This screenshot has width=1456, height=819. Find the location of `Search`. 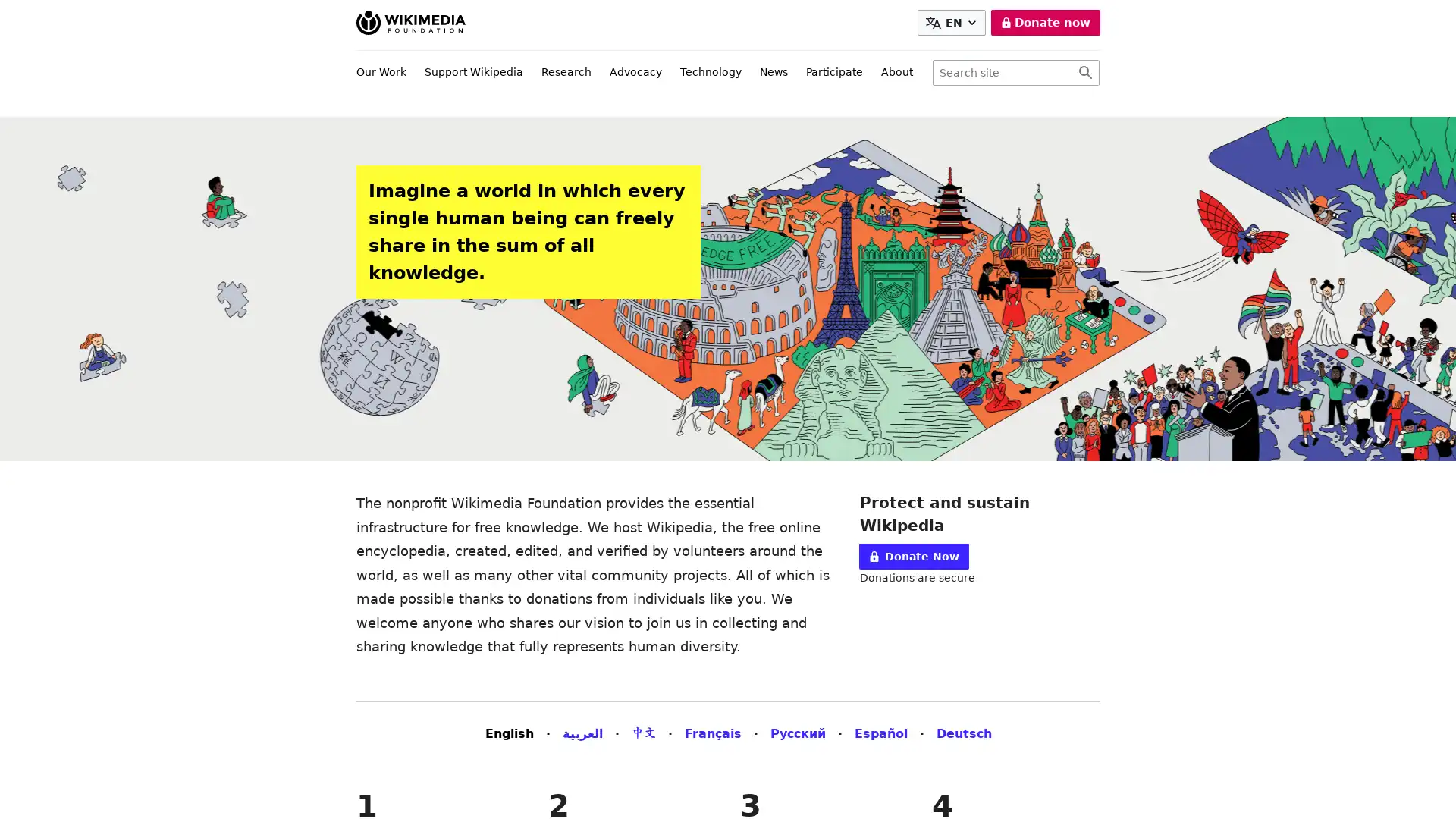

Search is located at coordinates (1084, 73).